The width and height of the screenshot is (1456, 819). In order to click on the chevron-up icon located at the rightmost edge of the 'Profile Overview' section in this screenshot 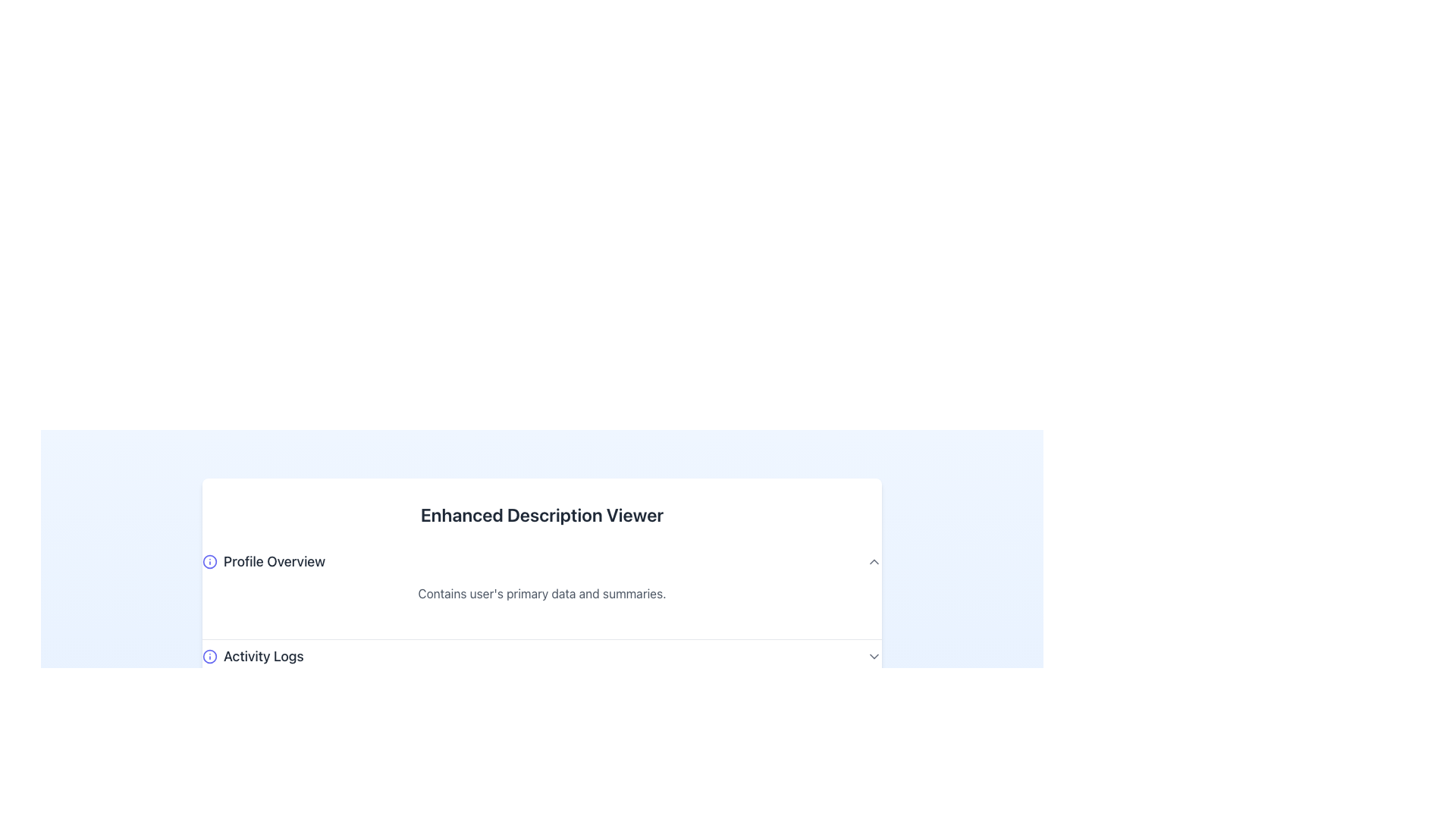, I will do `click(874, 561)`.